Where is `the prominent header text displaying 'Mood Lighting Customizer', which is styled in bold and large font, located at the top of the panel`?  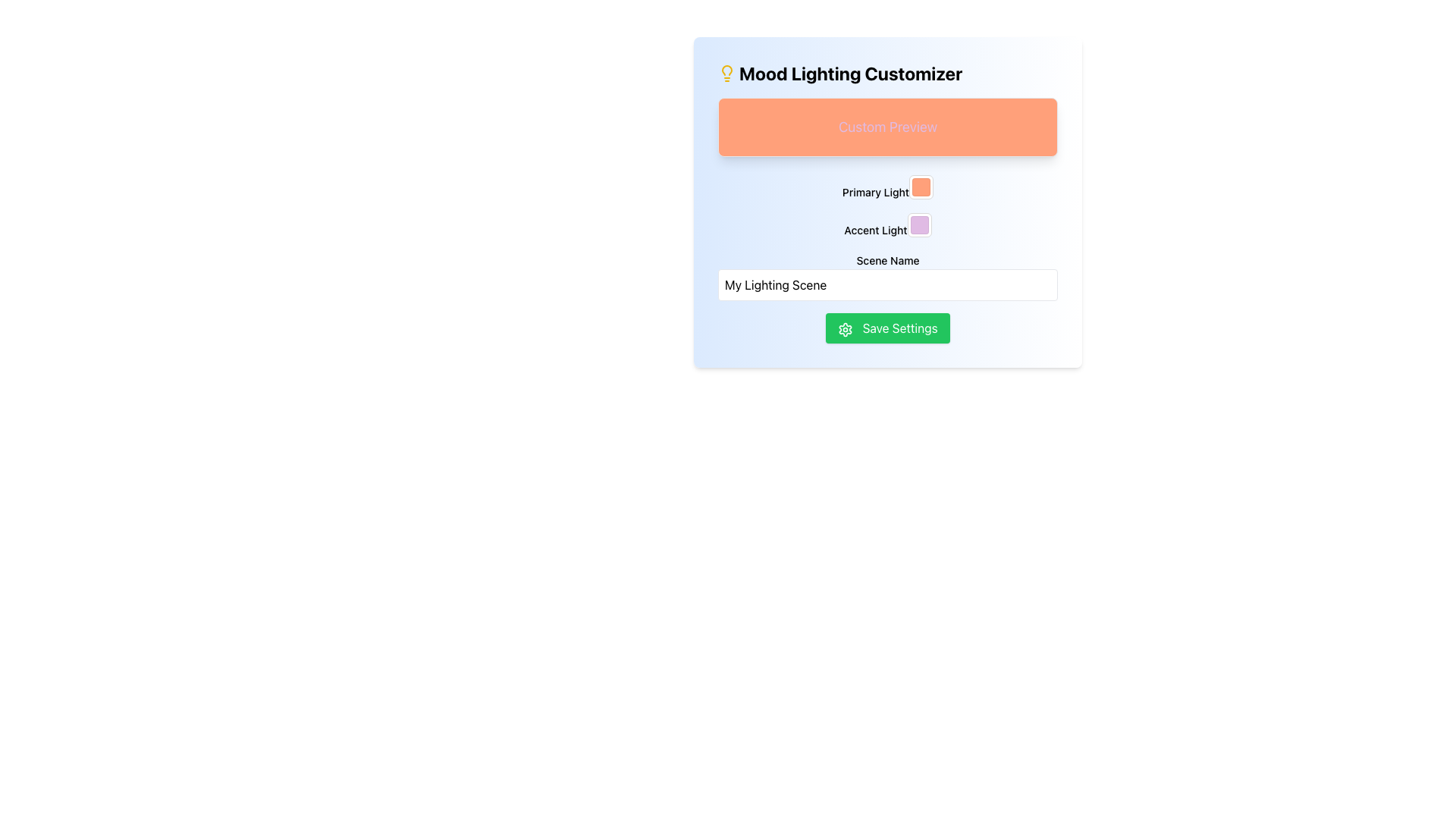 the prominent header text displaying 'Mood Lighting Customizer', which is styled in bold and large font, located at the top of the panel is located at coordinates (888, 73).